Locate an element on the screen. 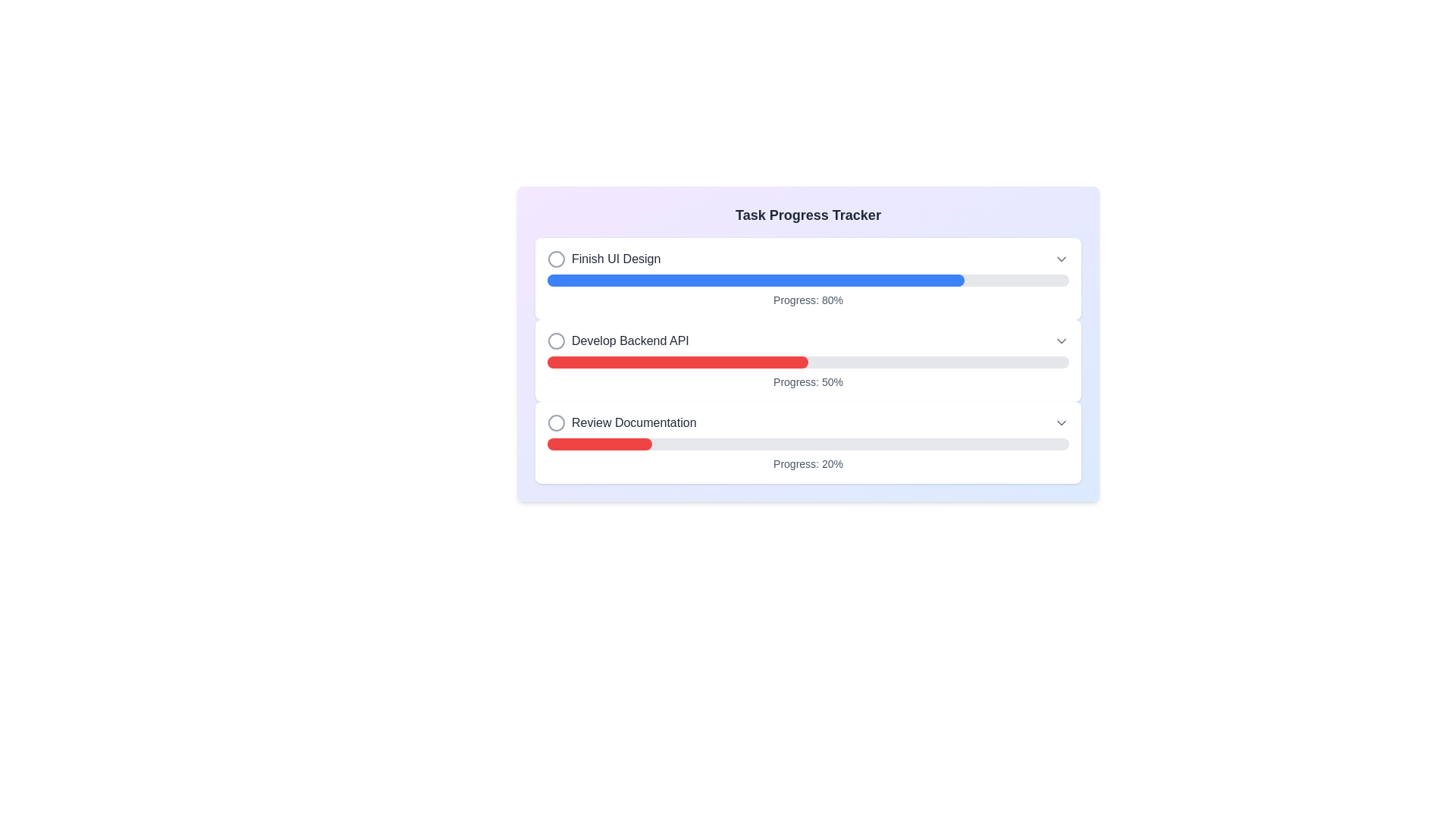 Image resolution: width=1456 pixels, height=819 pixels. the text label for the first task in the task progress tracker, which is positioned to the right of a circular icon at the top of the list is located at coordinates (616, 259).